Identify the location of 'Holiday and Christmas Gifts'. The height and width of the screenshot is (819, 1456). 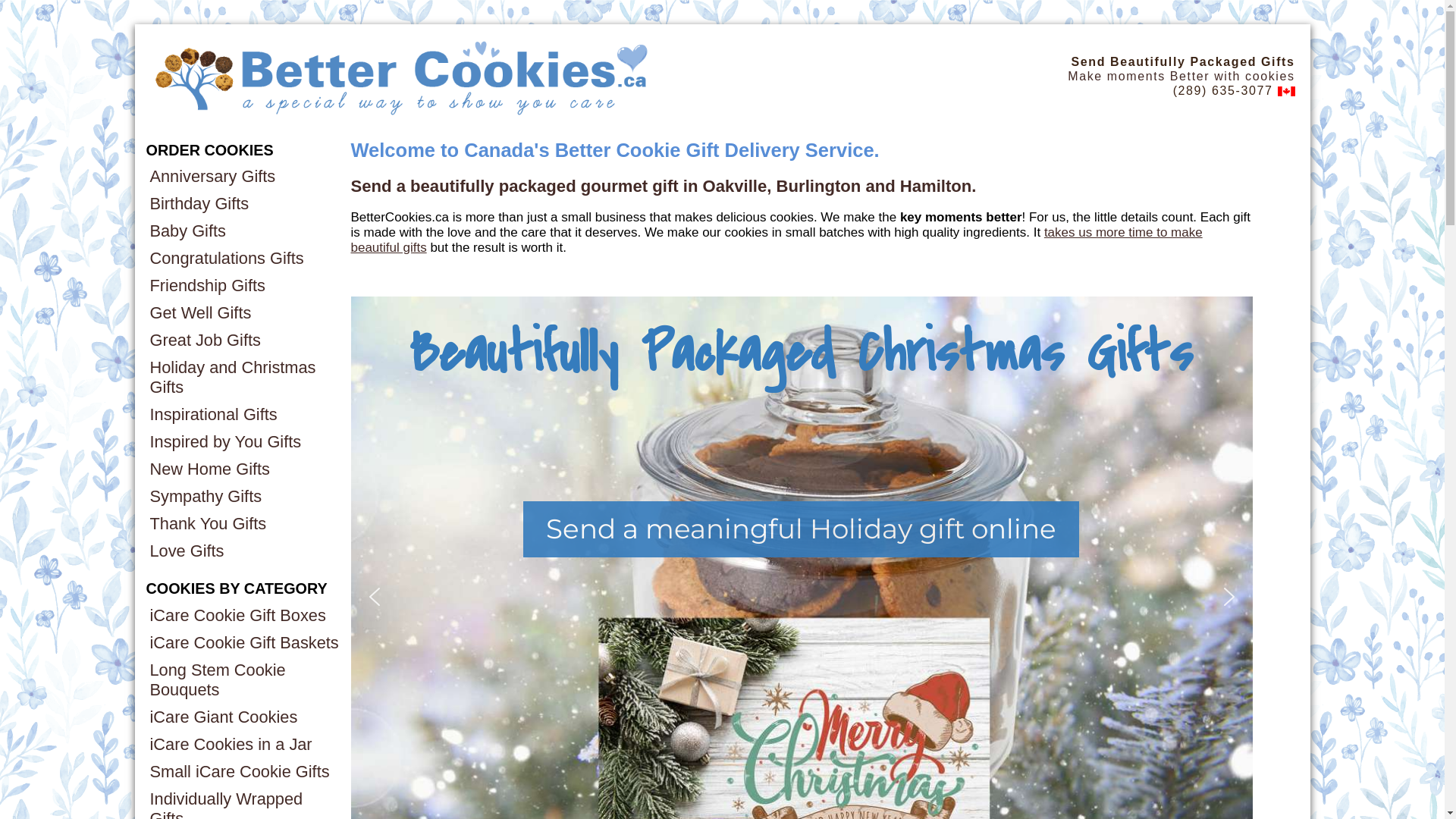
(243, 376).